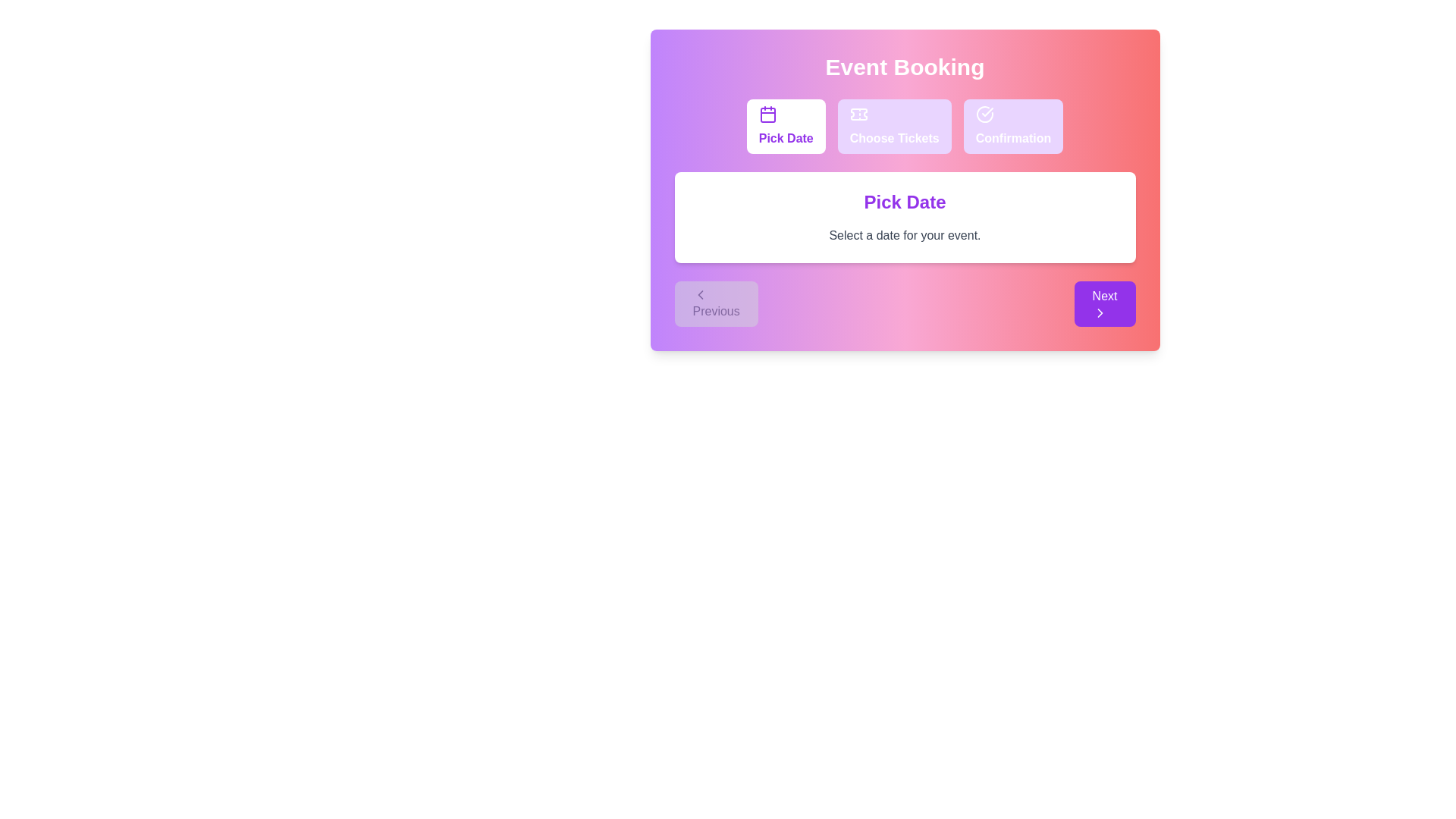  I want to click on the 'Pick Date' label, which is styled with bold purple text inside a white rectangular button with rounded corners and a purple border, located in the top-left corner of a gradient panel, so click(786, 138).